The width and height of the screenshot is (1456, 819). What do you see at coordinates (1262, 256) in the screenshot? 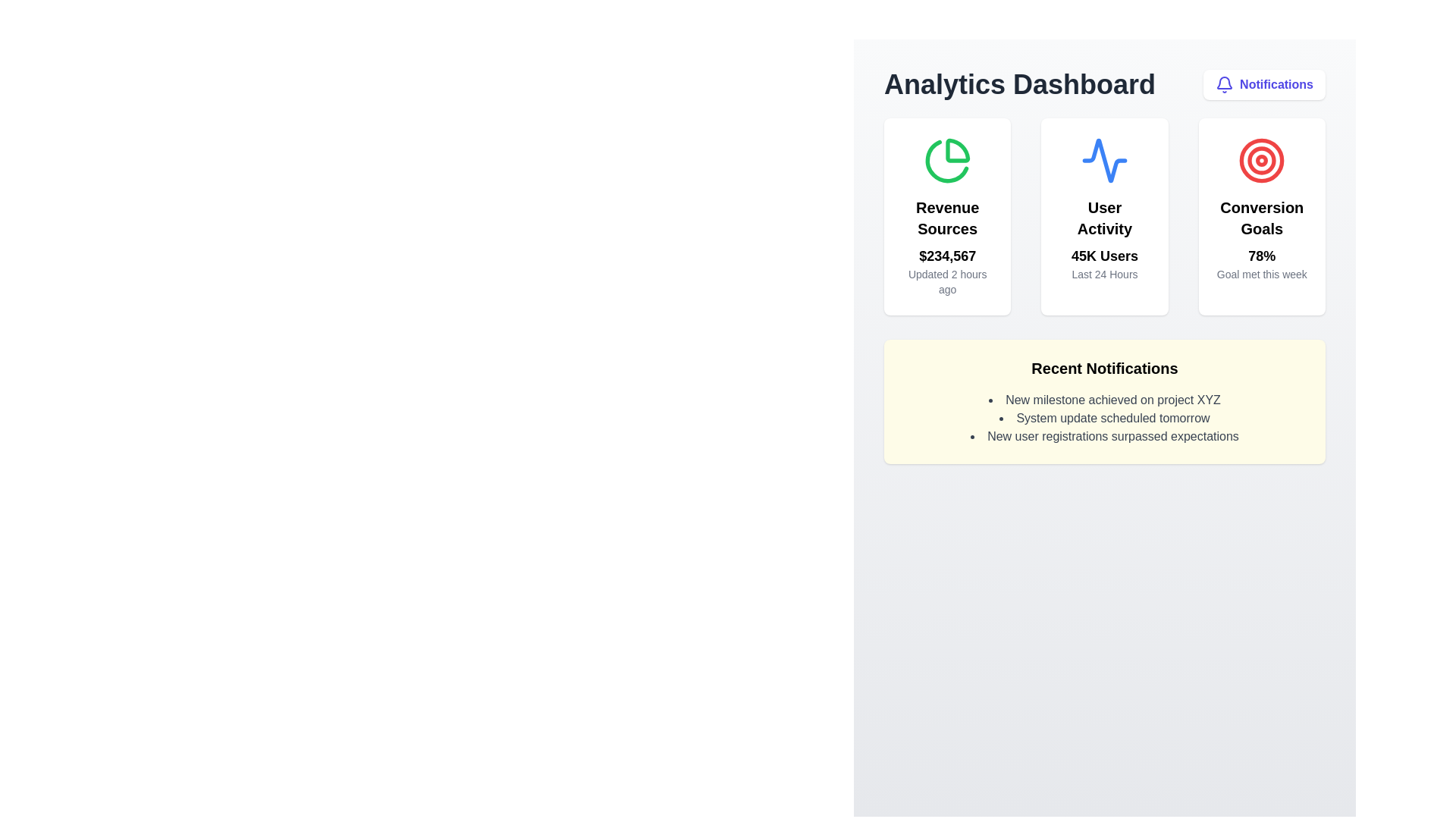
I see `the text label that displays the percentage of completion toward a conversion goal, which is centrally located below the 'Conversion Goals' heading` at bounding box center [1262, 256].